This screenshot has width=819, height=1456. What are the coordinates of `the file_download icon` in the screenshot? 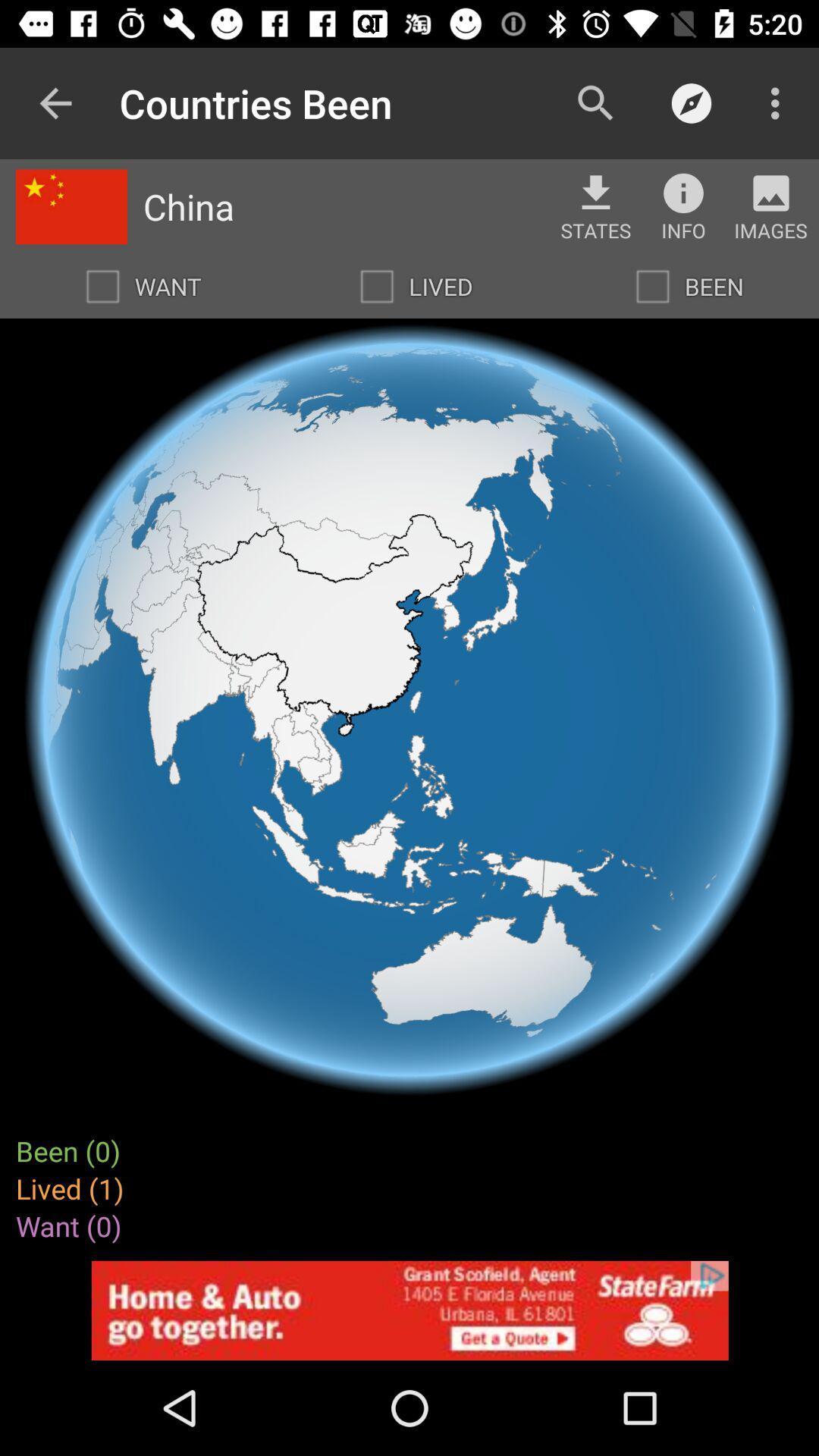 It's located at (595, 192).